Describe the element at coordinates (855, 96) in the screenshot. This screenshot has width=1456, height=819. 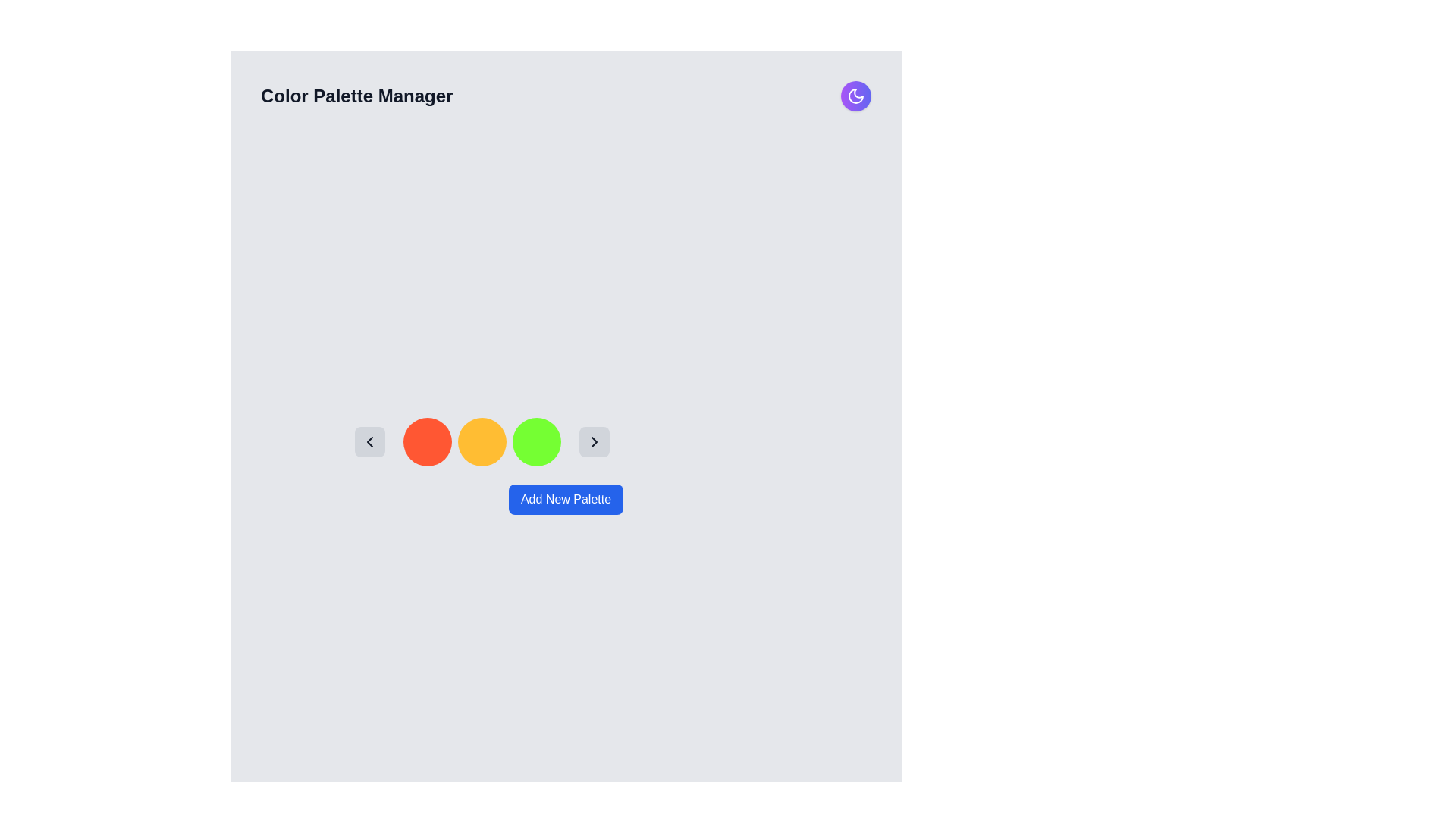
I see `the crescent moon icon located in the top-right corner of the interface, inside a purple circular area` at that location.